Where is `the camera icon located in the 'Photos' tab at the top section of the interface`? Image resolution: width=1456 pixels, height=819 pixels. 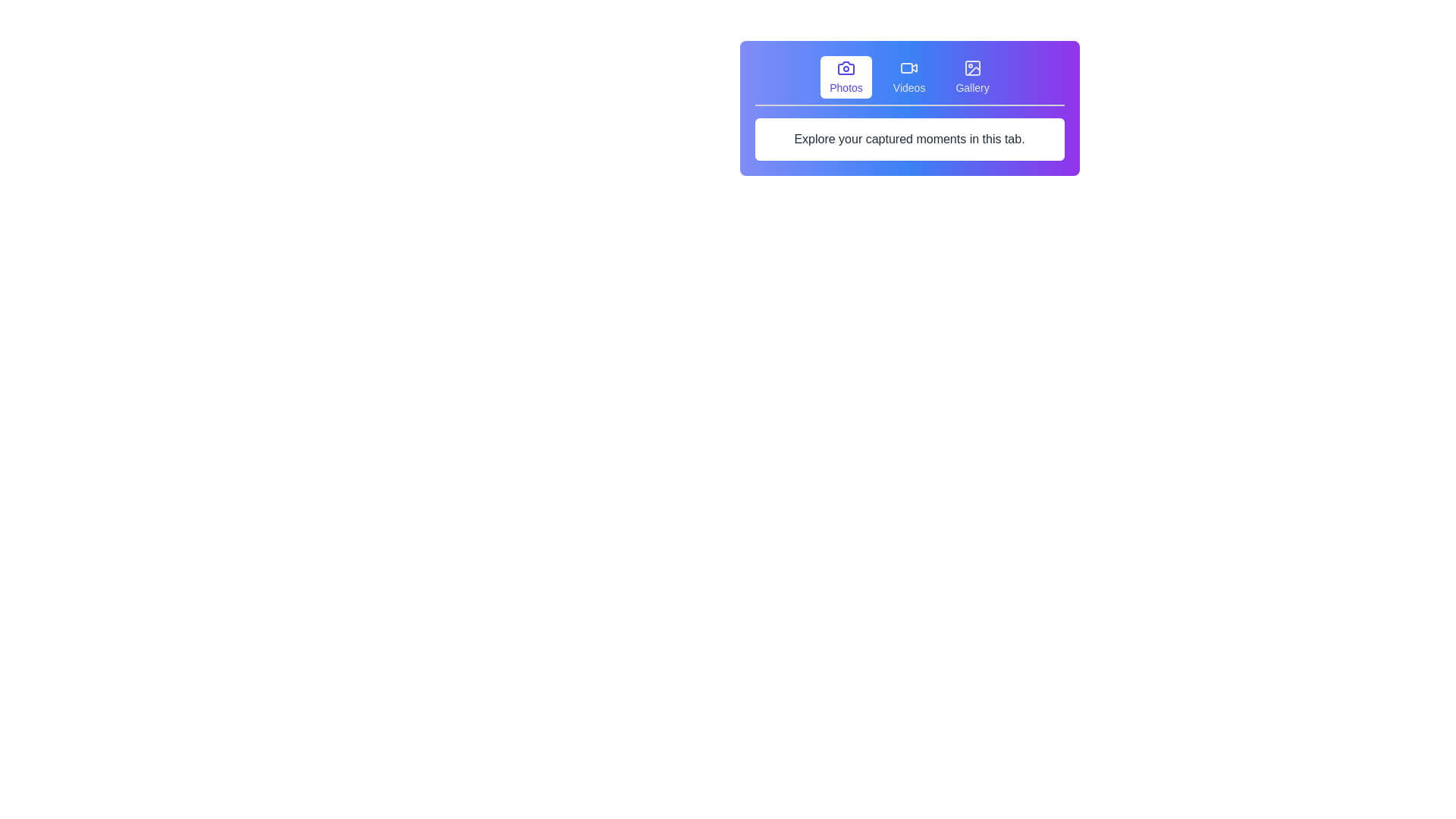
the camera icon located in the 'Photos' tab at the top section of the interface is located at coordinates (846, 67).